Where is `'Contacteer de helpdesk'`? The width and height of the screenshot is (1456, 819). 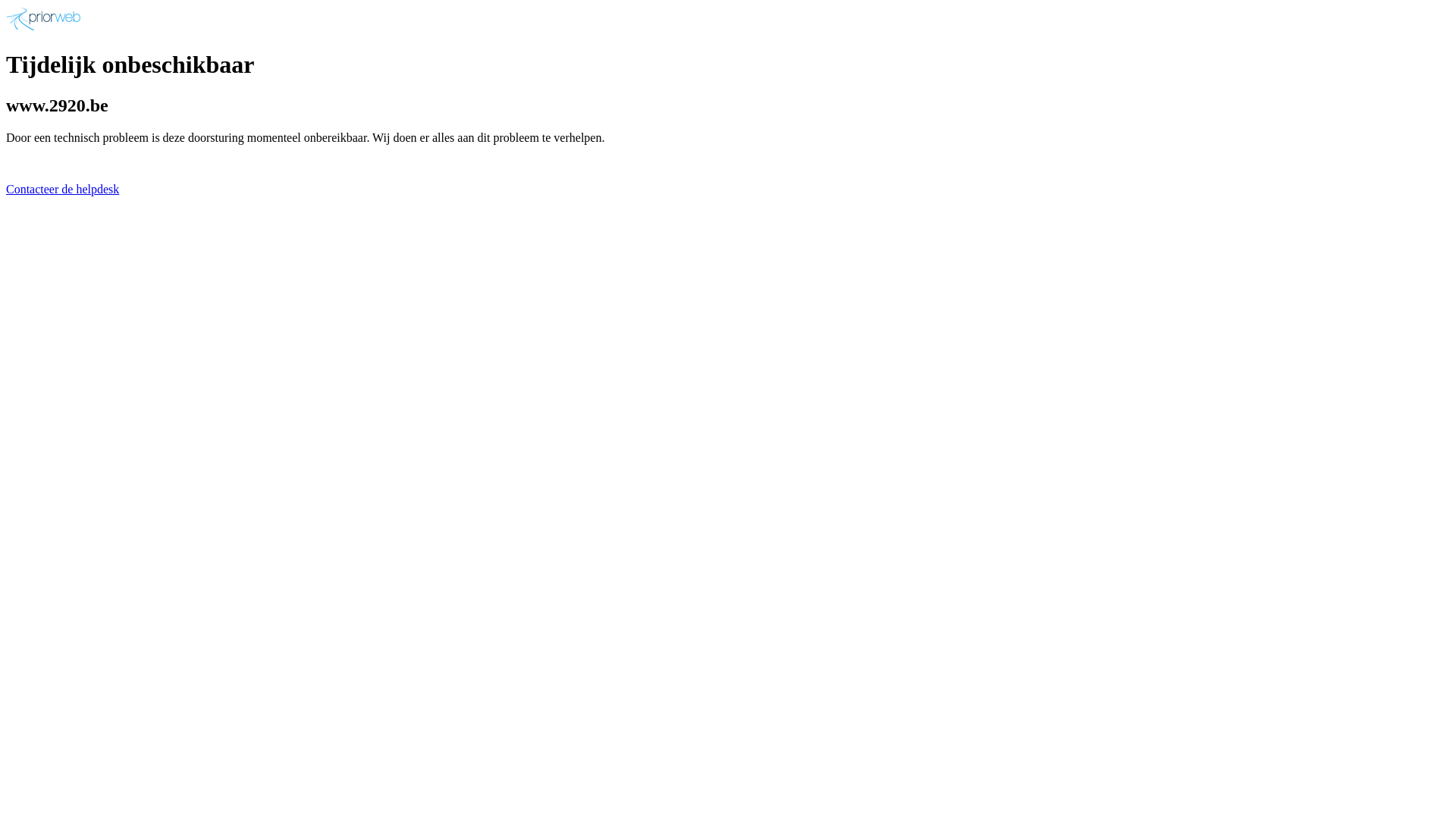
'Contacteer de helpdesk' is located at coordinates (61, 188).